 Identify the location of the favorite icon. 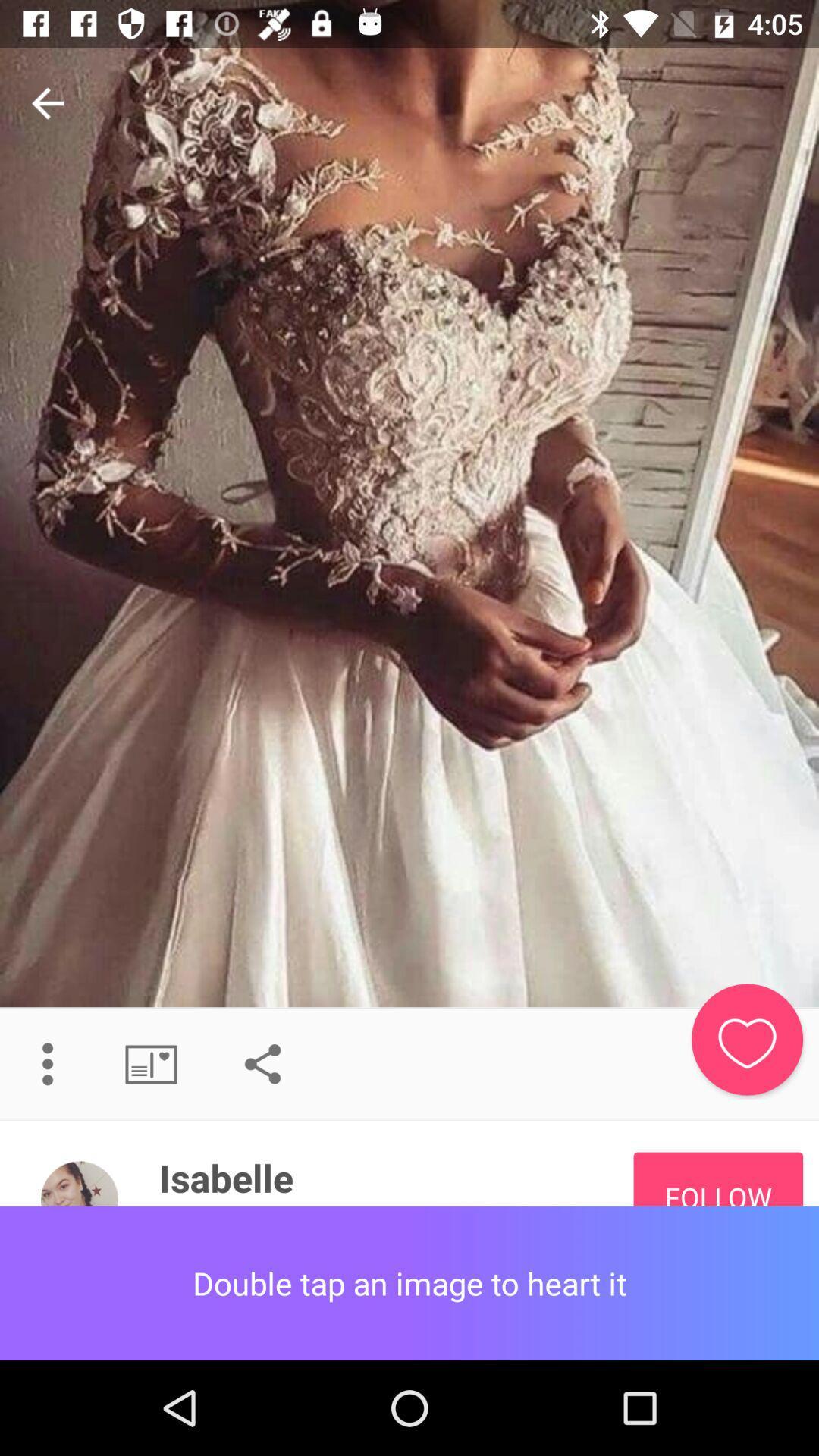
(746, 1039).